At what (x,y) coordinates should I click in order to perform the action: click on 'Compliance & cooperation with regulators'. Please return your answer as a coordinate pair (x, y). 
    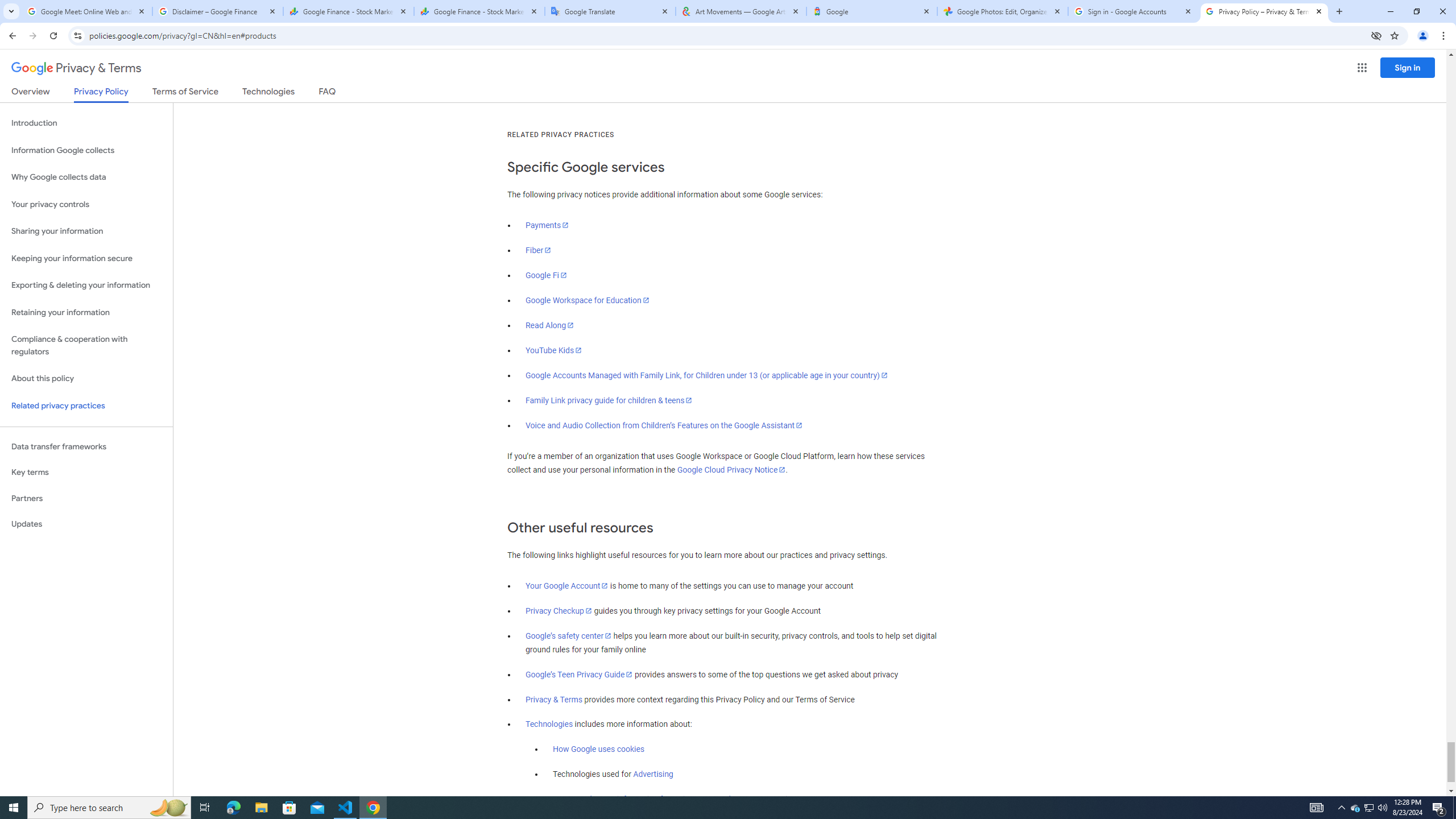
    Looking at the image, I should click on (86, 346).